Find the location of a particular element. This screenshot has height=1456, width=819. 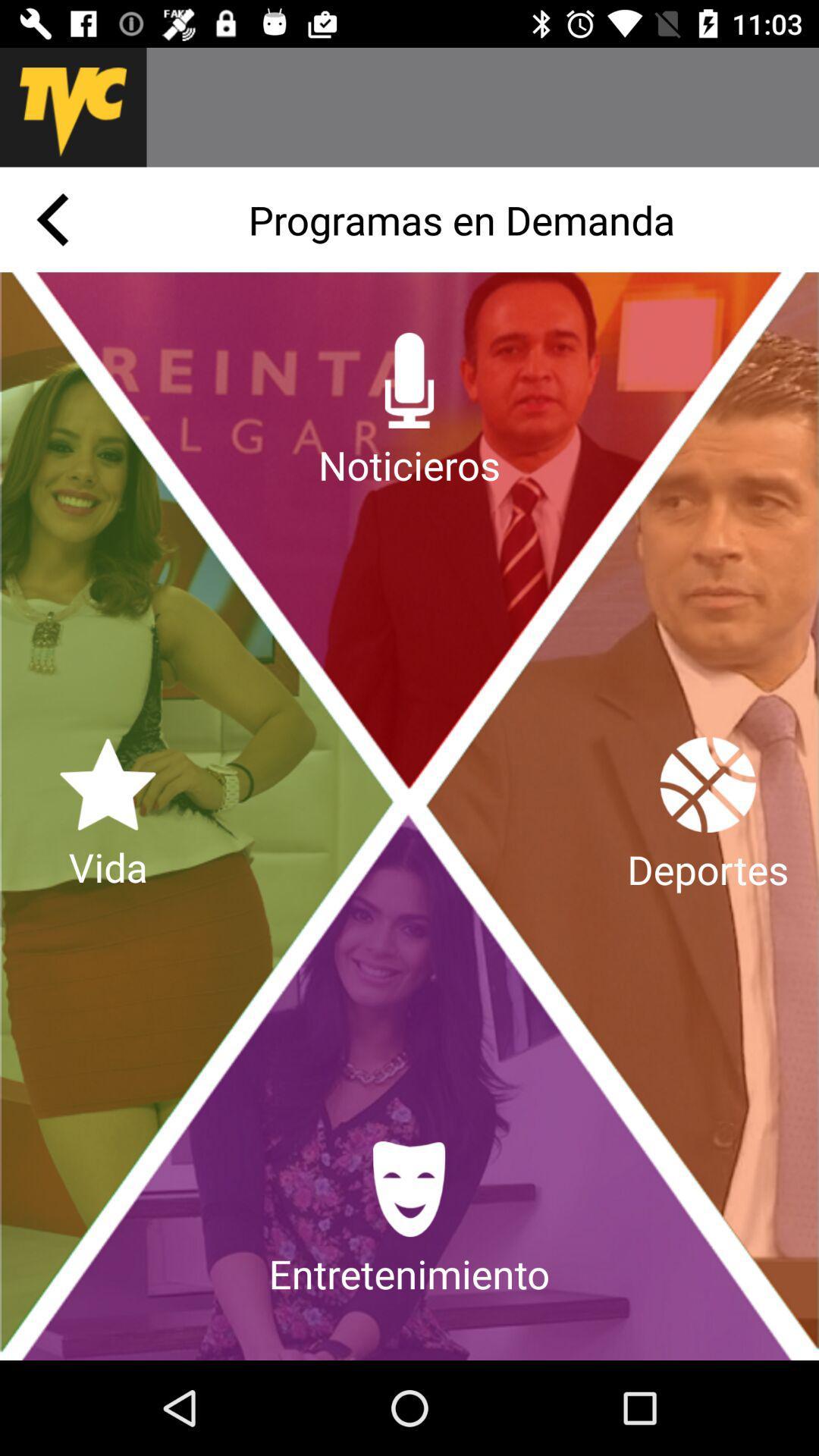

the entretenimiento icon is located at coordinates (409, 1220).